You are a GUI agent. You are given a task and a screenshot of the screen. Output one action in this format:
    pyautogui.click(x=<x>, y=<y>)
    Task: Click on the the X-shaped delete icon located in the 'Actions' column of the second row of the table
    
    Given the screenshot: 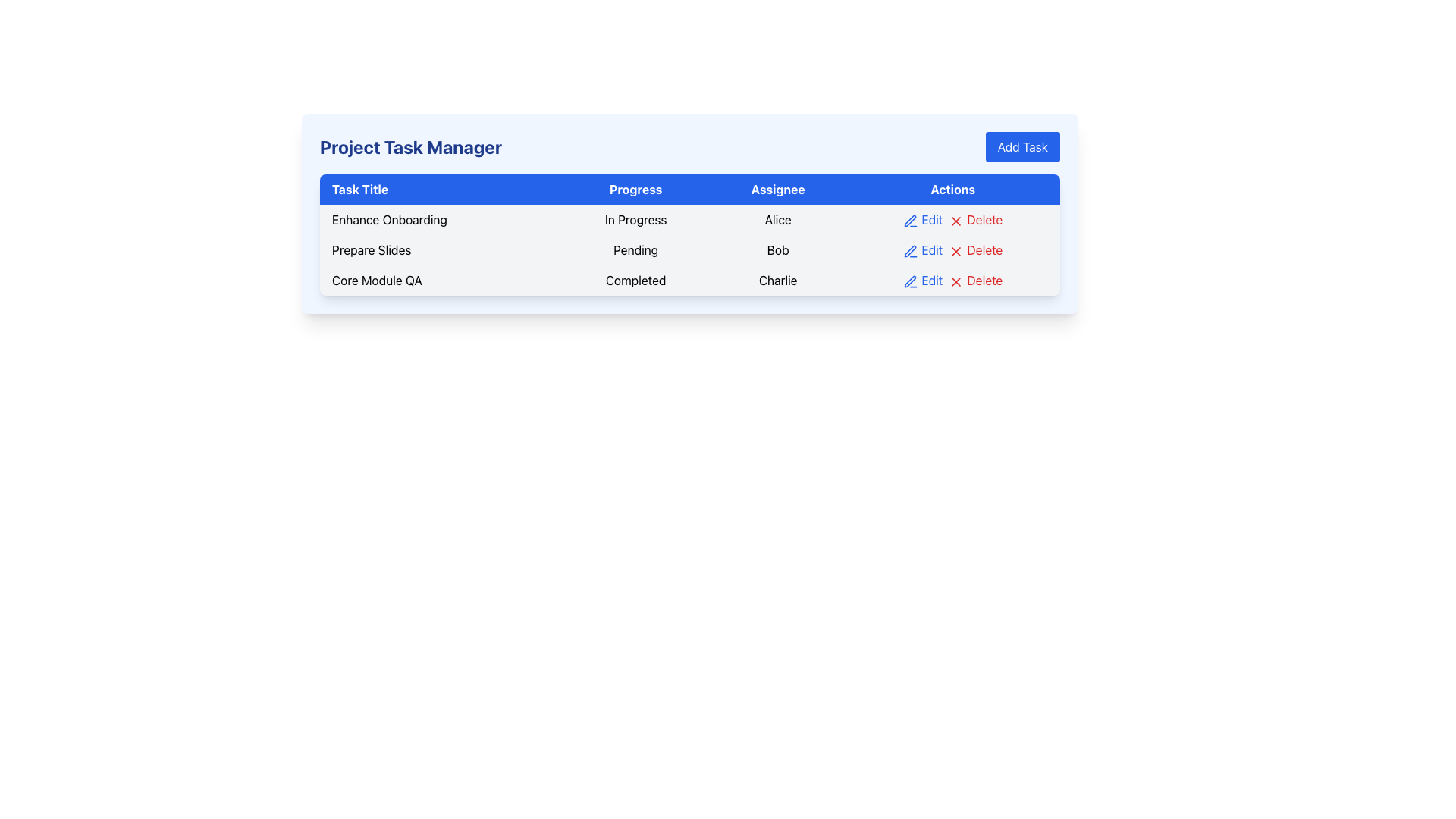 What is the action you would take?
    pyautogui.click(x=955, y=250)
    